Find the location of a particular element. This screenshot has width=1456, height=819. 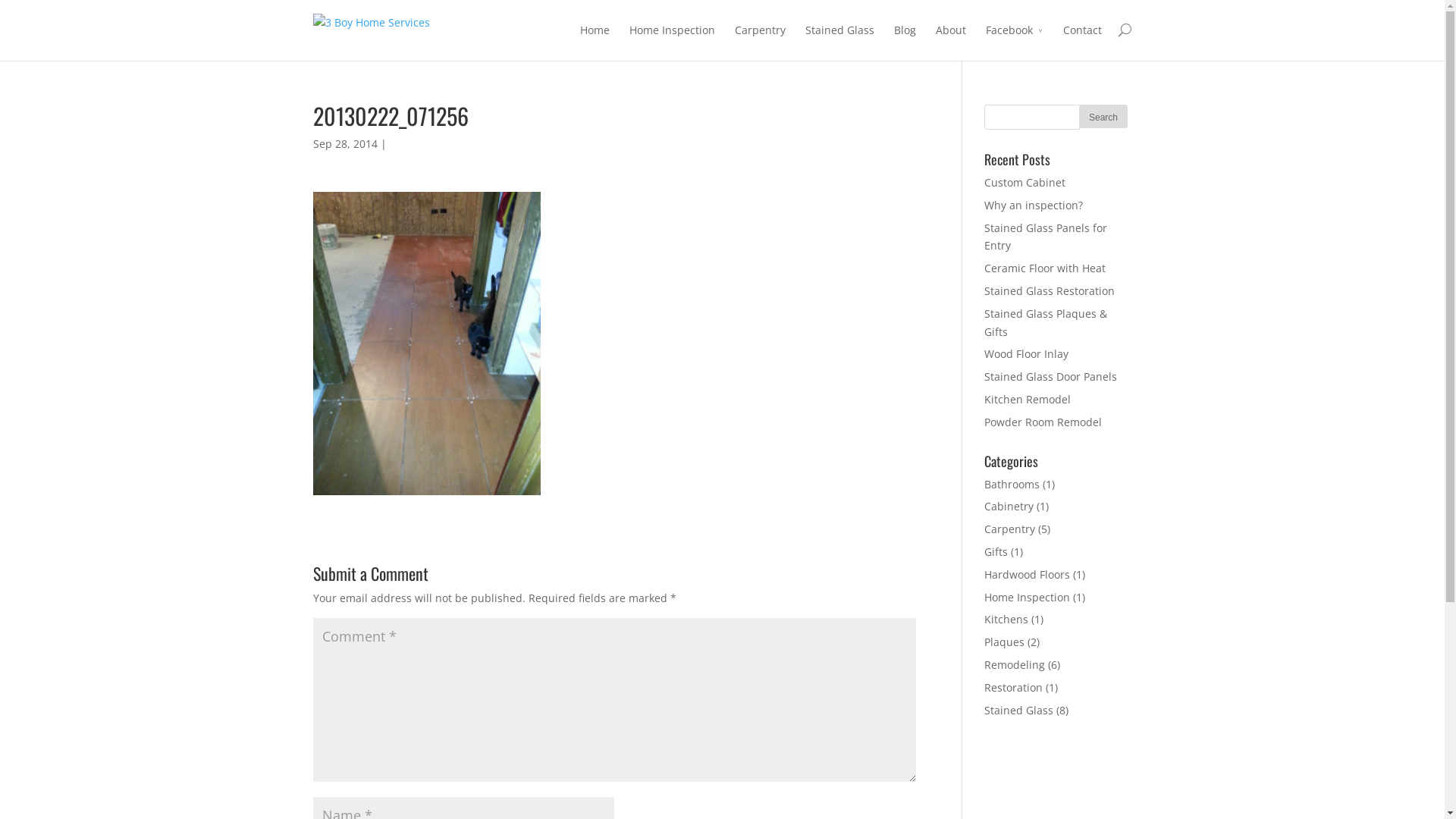

'Custom Cabinet' is located at coordinates (1025, 181).